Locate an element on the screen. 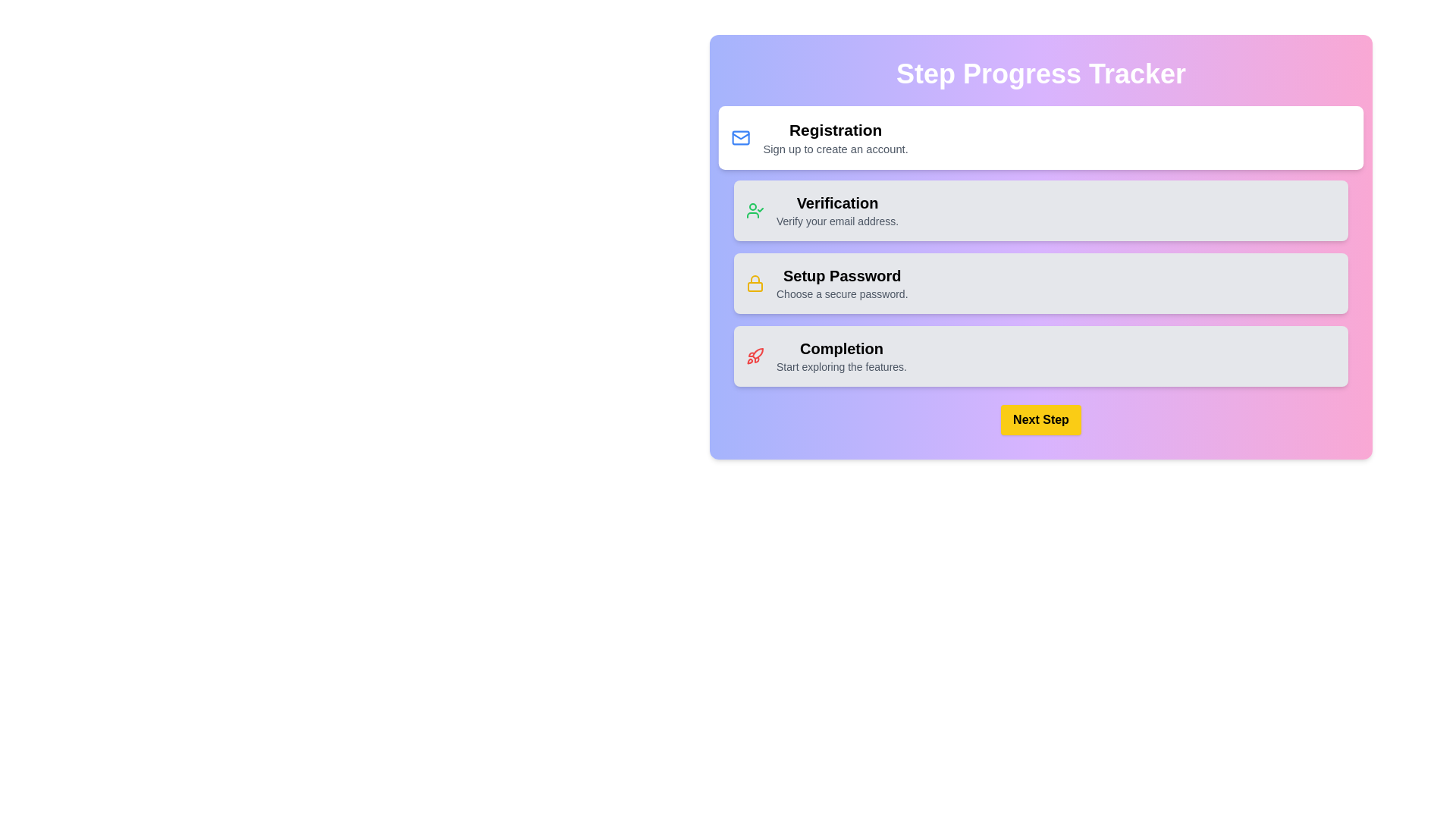  the text label providing guidance on setting up a password, located directly below the 'Setup Password' text in the 'Step Progress Tracker' section is located at coordinates (841, 294).